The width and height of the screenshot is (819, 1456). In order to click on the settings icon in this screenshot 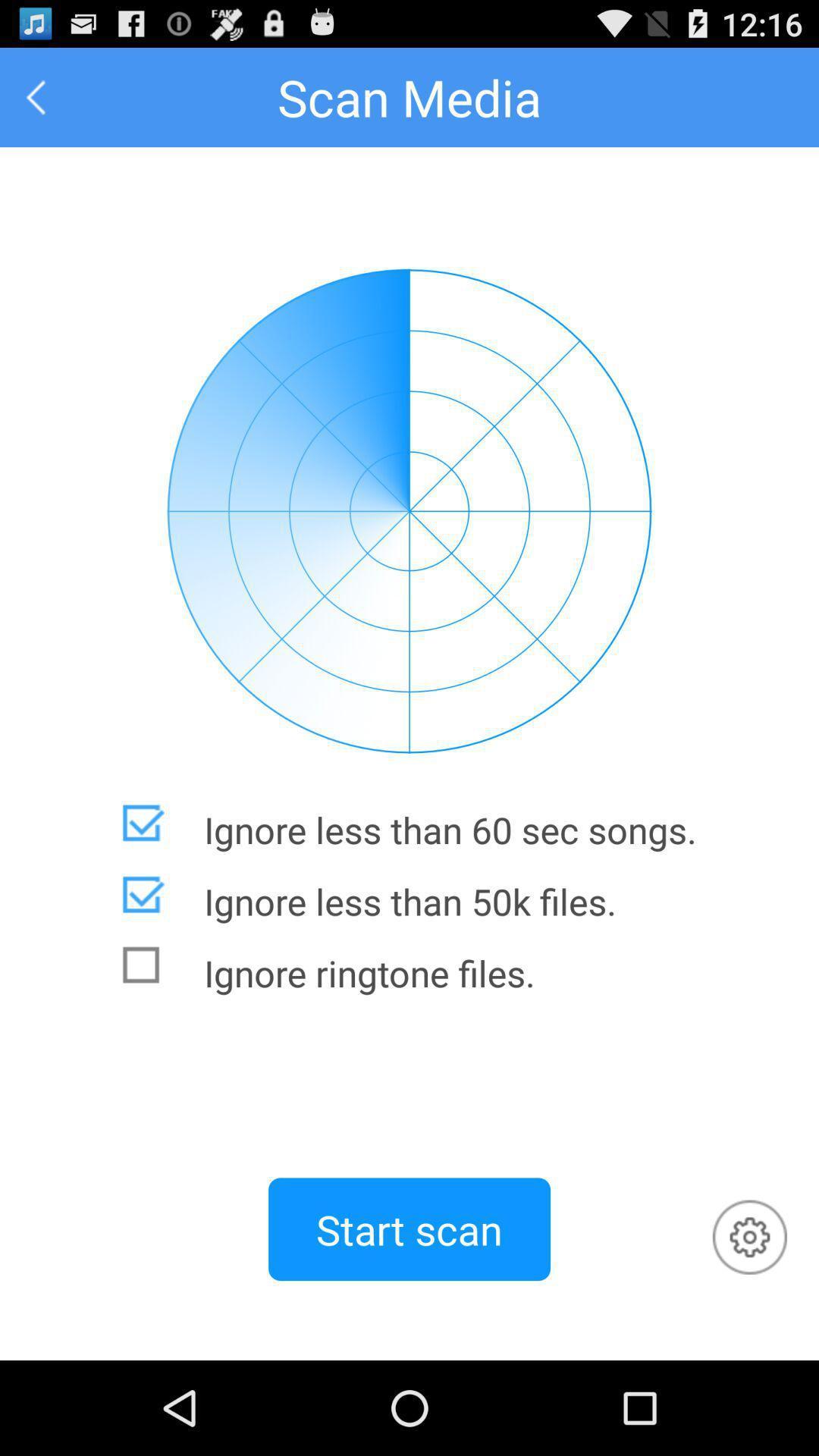, I will do `click(748, 1323)`.